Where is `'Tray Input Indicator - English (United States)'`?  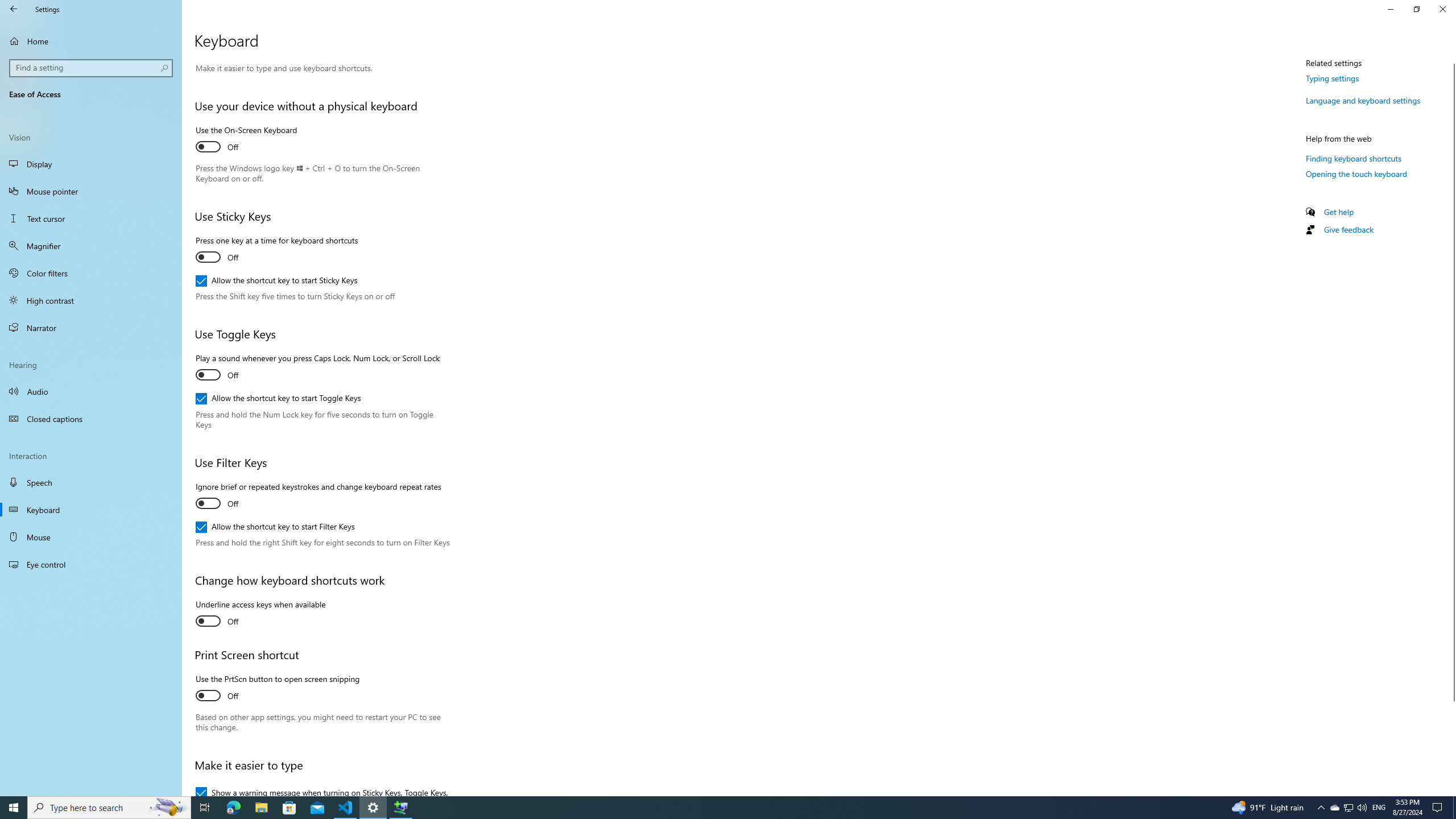
'Tray Input Indicator - English (United States)' is located at coordinates (1379, 806).